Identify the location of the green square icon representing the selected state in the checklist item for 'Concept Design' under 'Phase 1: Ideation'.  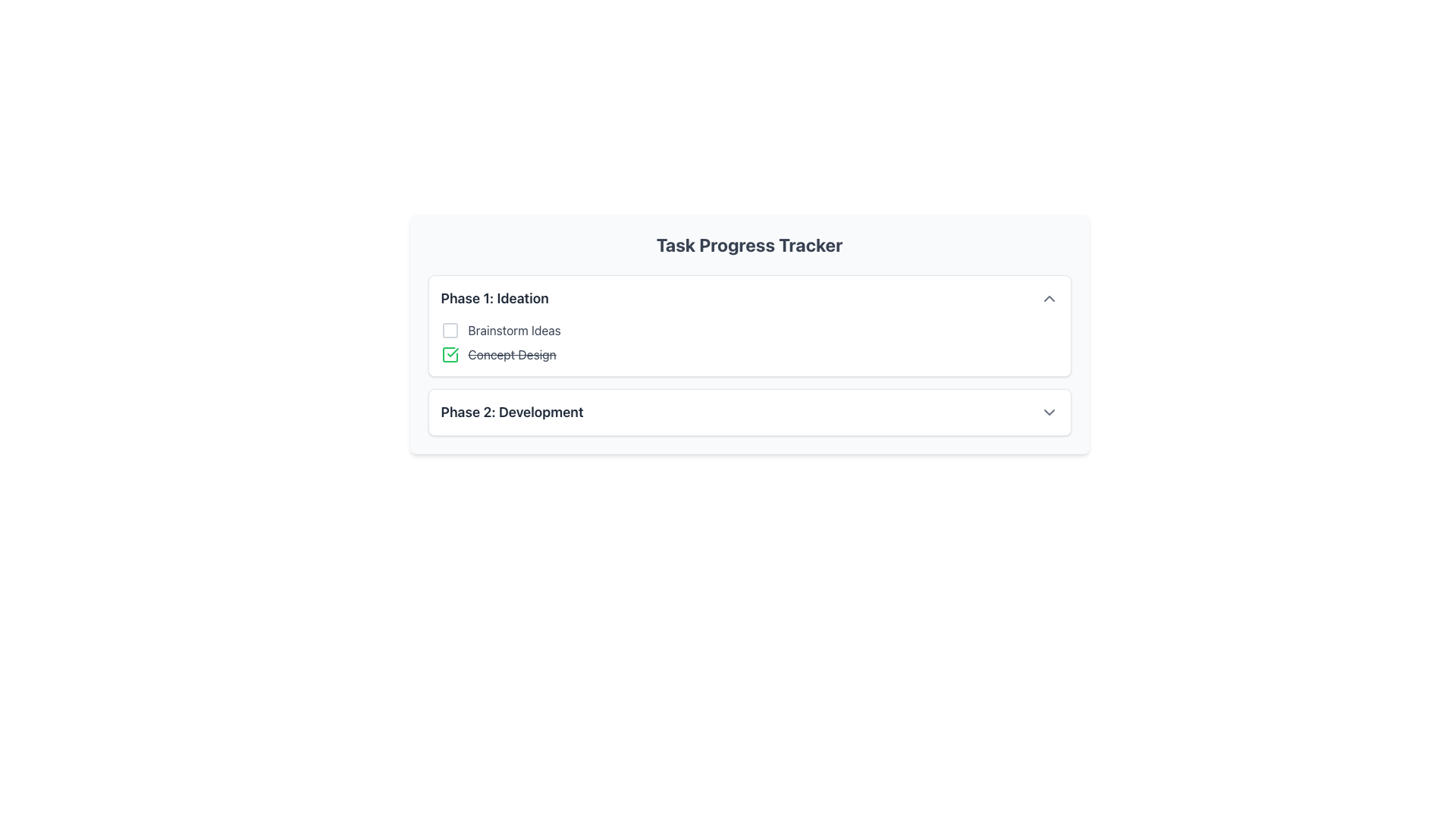
(449, 354).